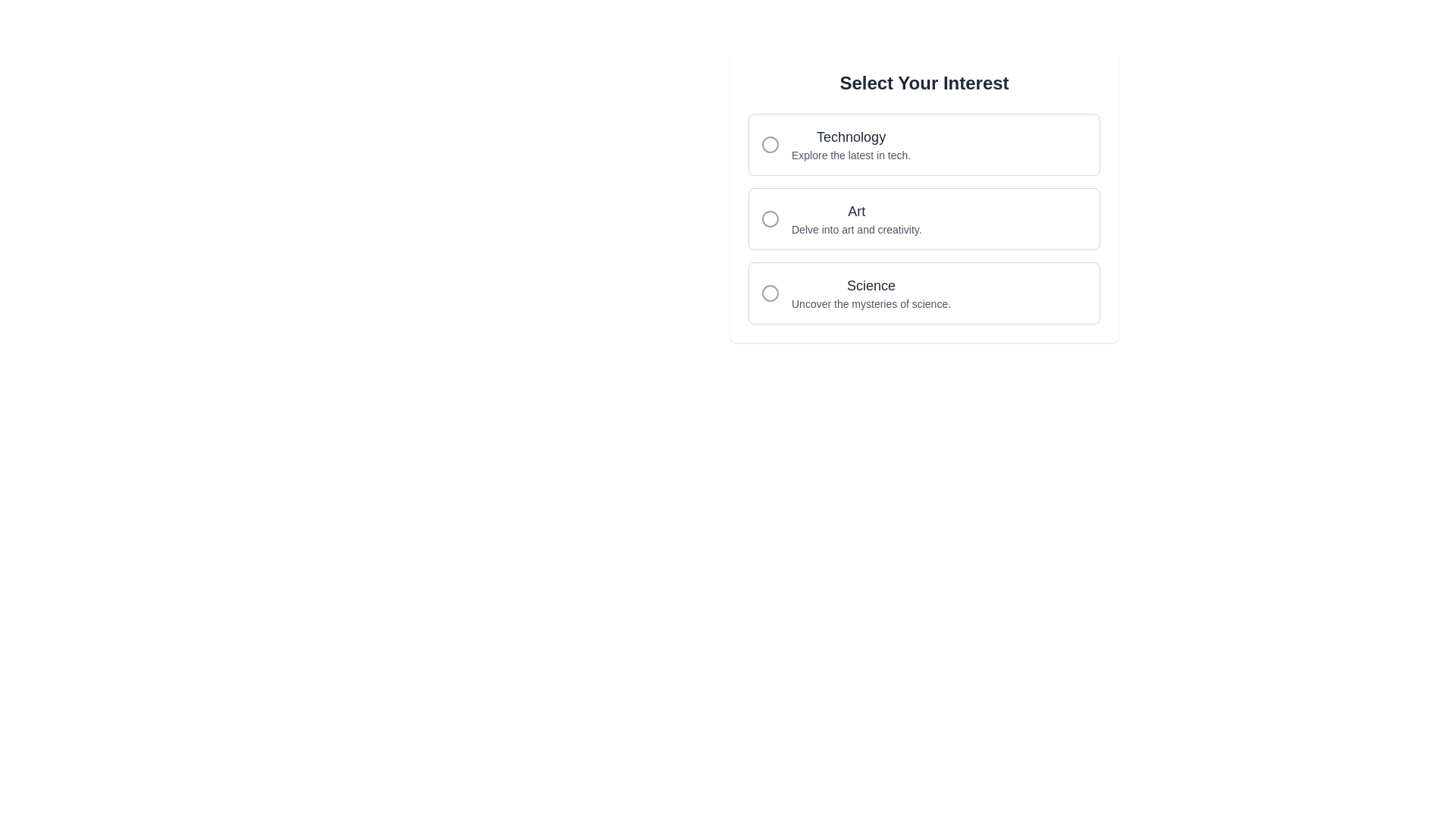 The height and width of the screenshot is (819, 1456). Describe the element at coordinates (770, 145) in the screenshot. I see `the radio button indicator for the 'Technology' option in the 'Select Your Interest' section to interact` at that location.